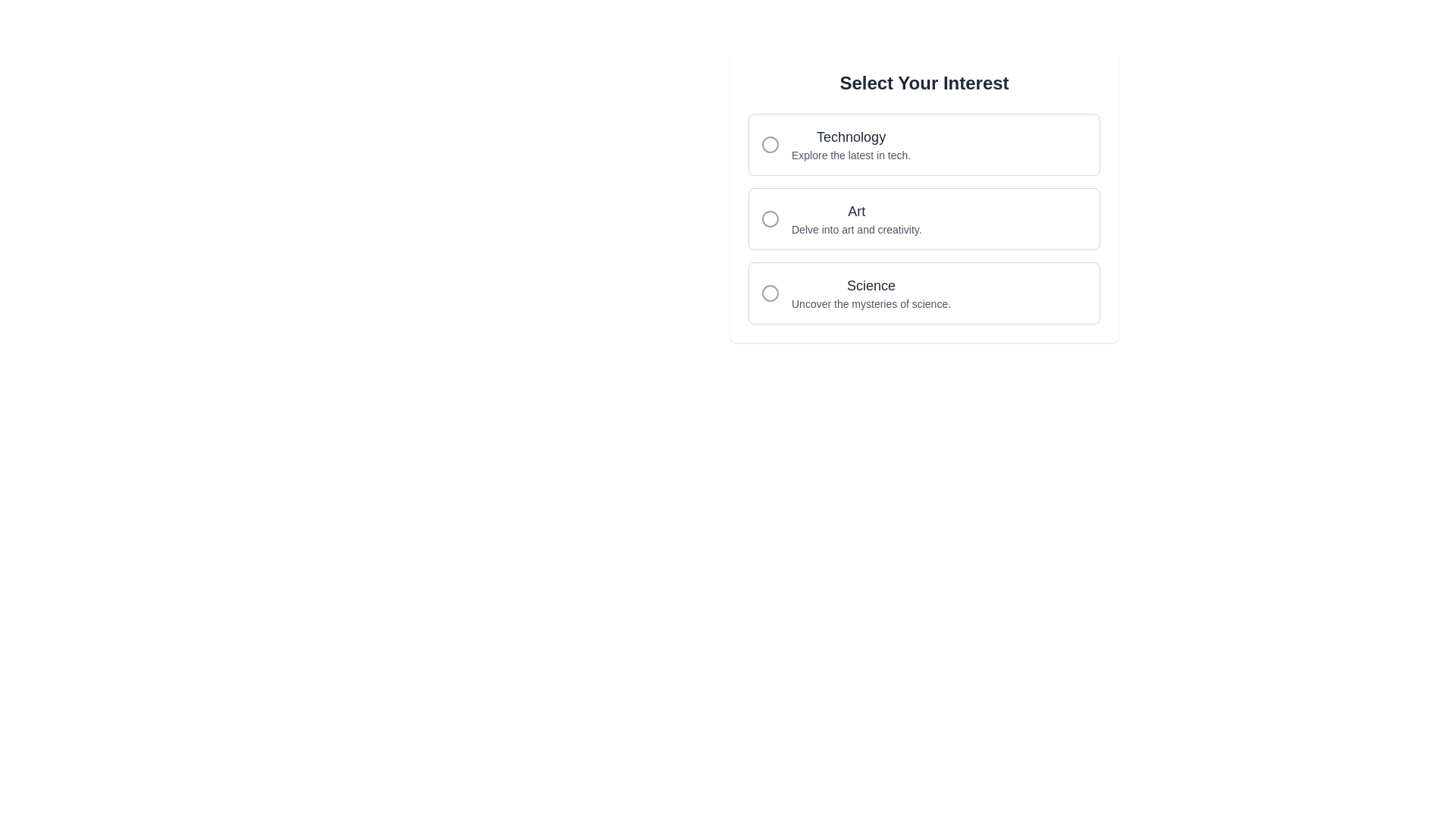 The height and width of the screenshot is (819, 1456). Describe the element at coordinates (770, 145) in the screenshot. I see `the radio button indicator for the 'Technology' option in the 'Select Your Interest' section to interact` at that location.